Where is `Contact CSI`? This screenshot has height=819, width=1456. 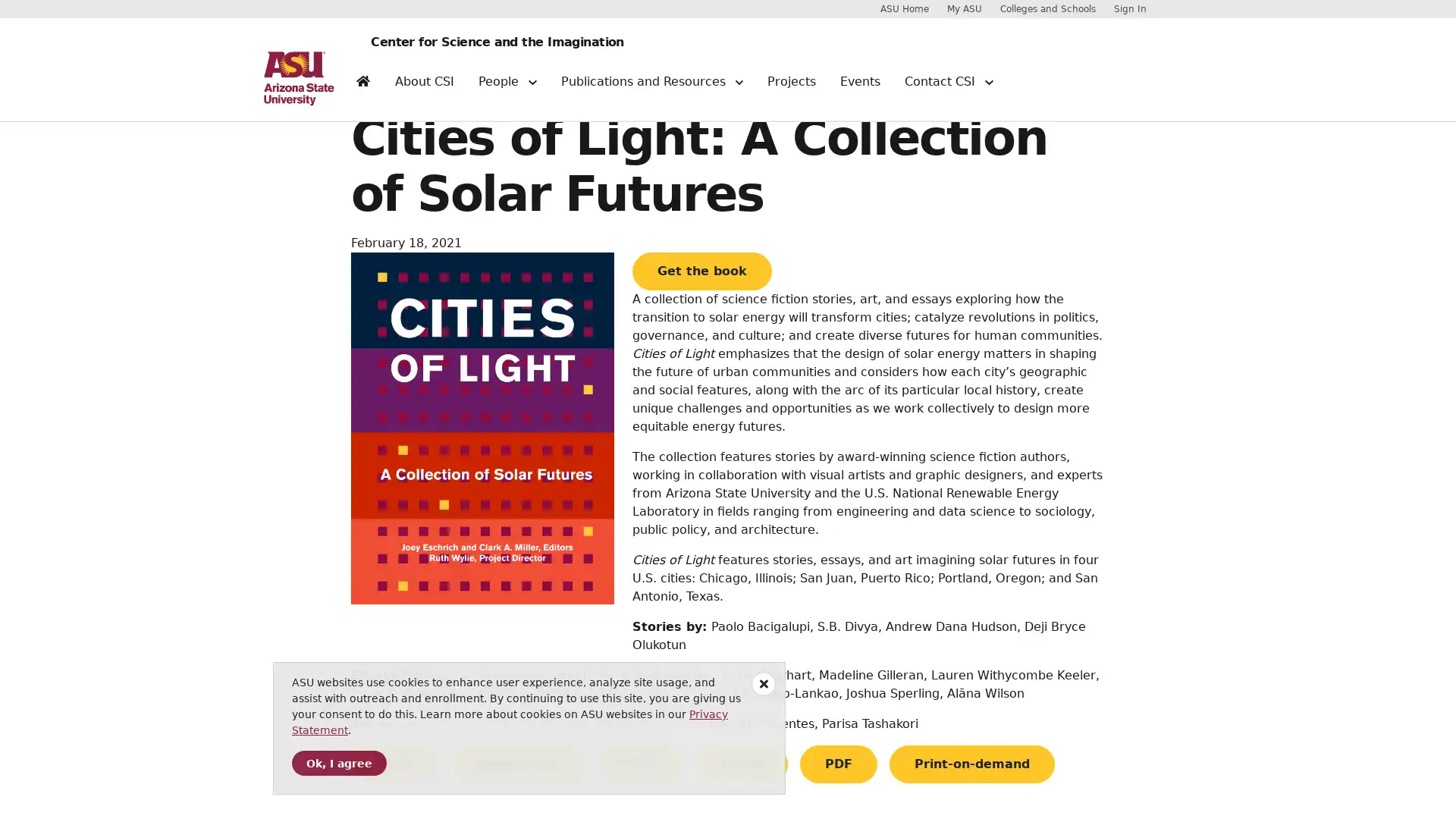 Contact CSI is located at coordinates (948, 87).